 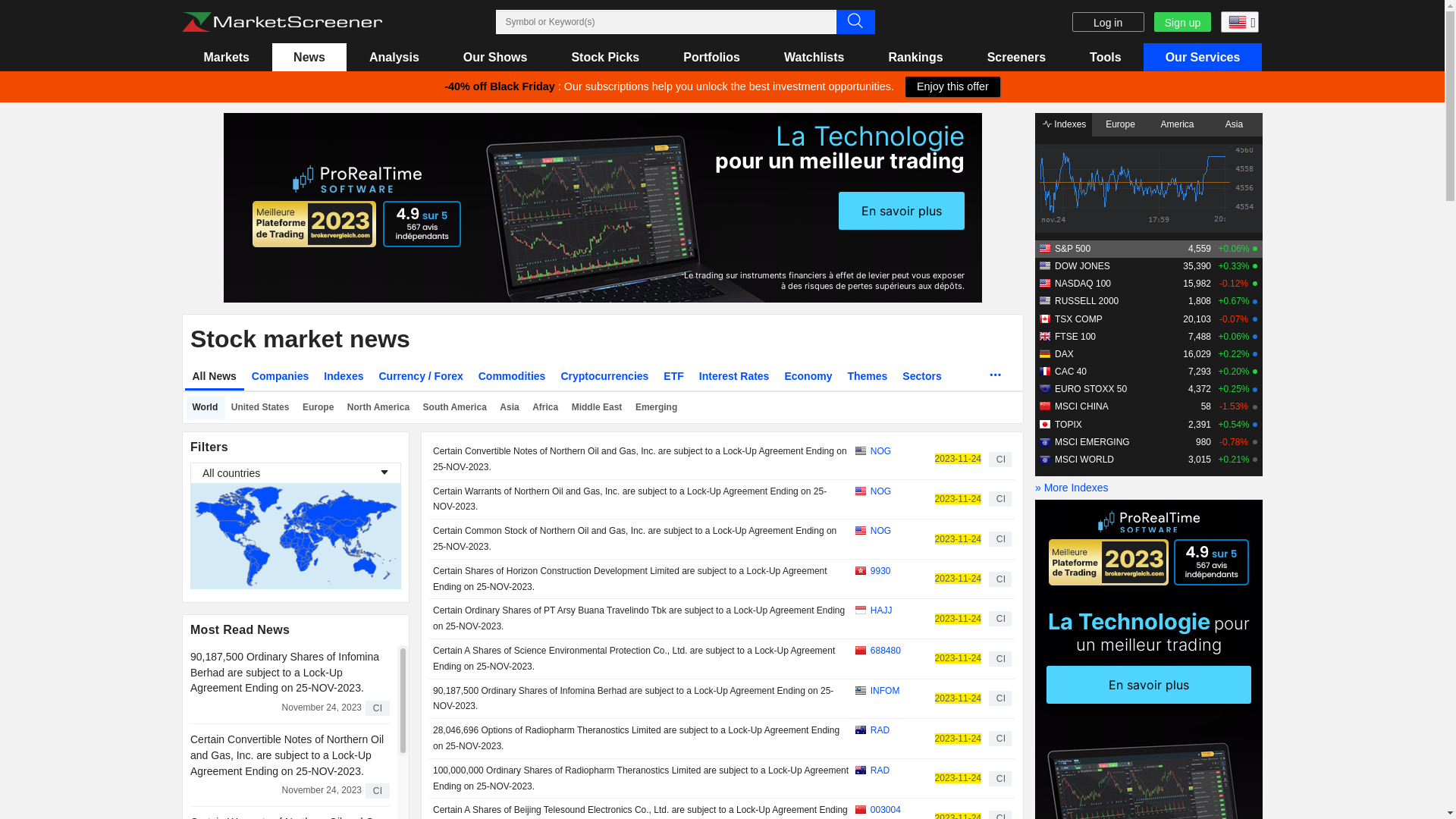 What do you see at coordinates (1201, 56) in the screenshot?
I see `'Our Services'` at bounding box center [1201, 56].